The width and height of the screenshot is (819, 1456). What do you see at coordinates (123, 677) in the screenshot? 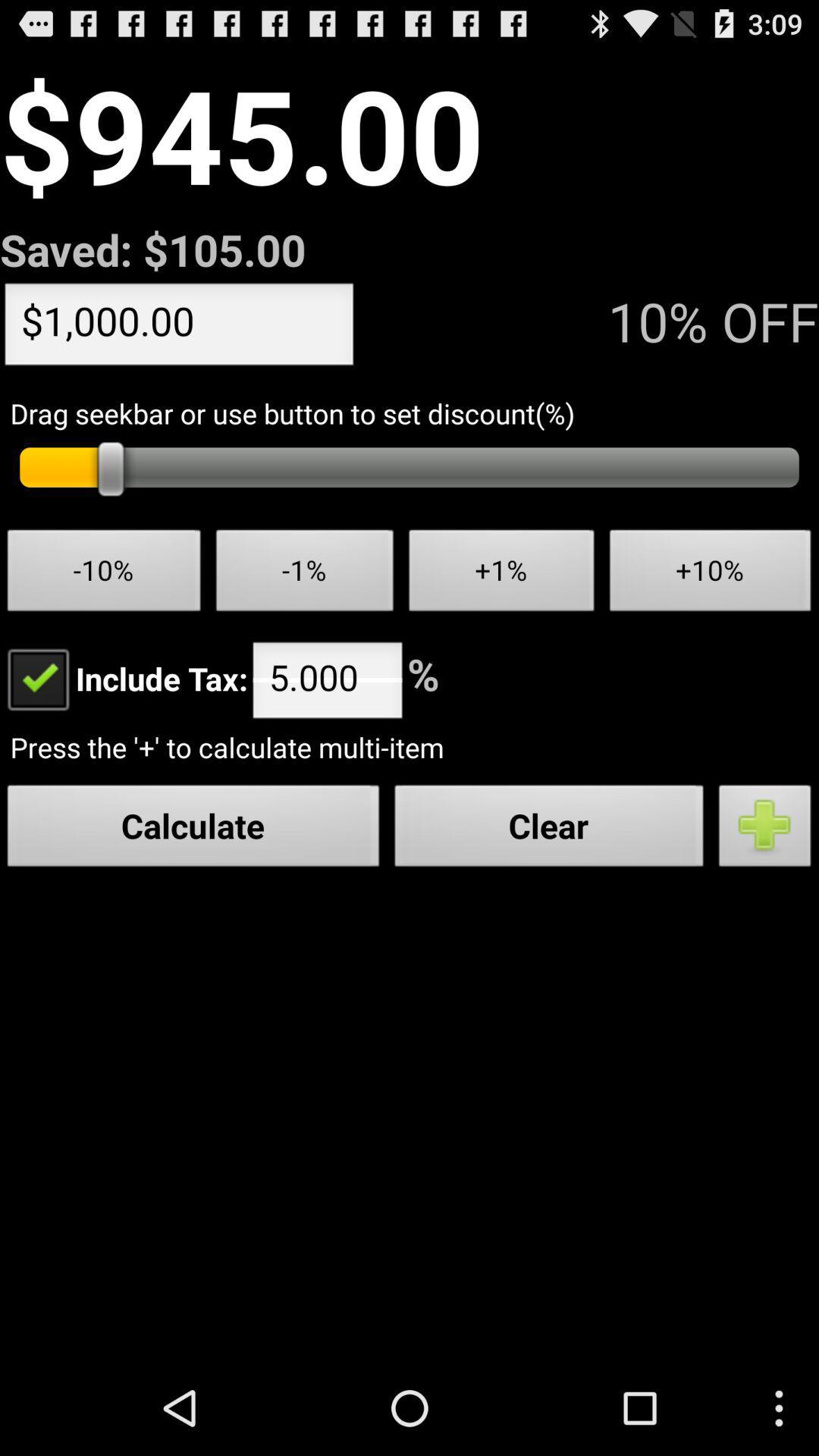
I see `include tax:` at bounding box center [123, 677].